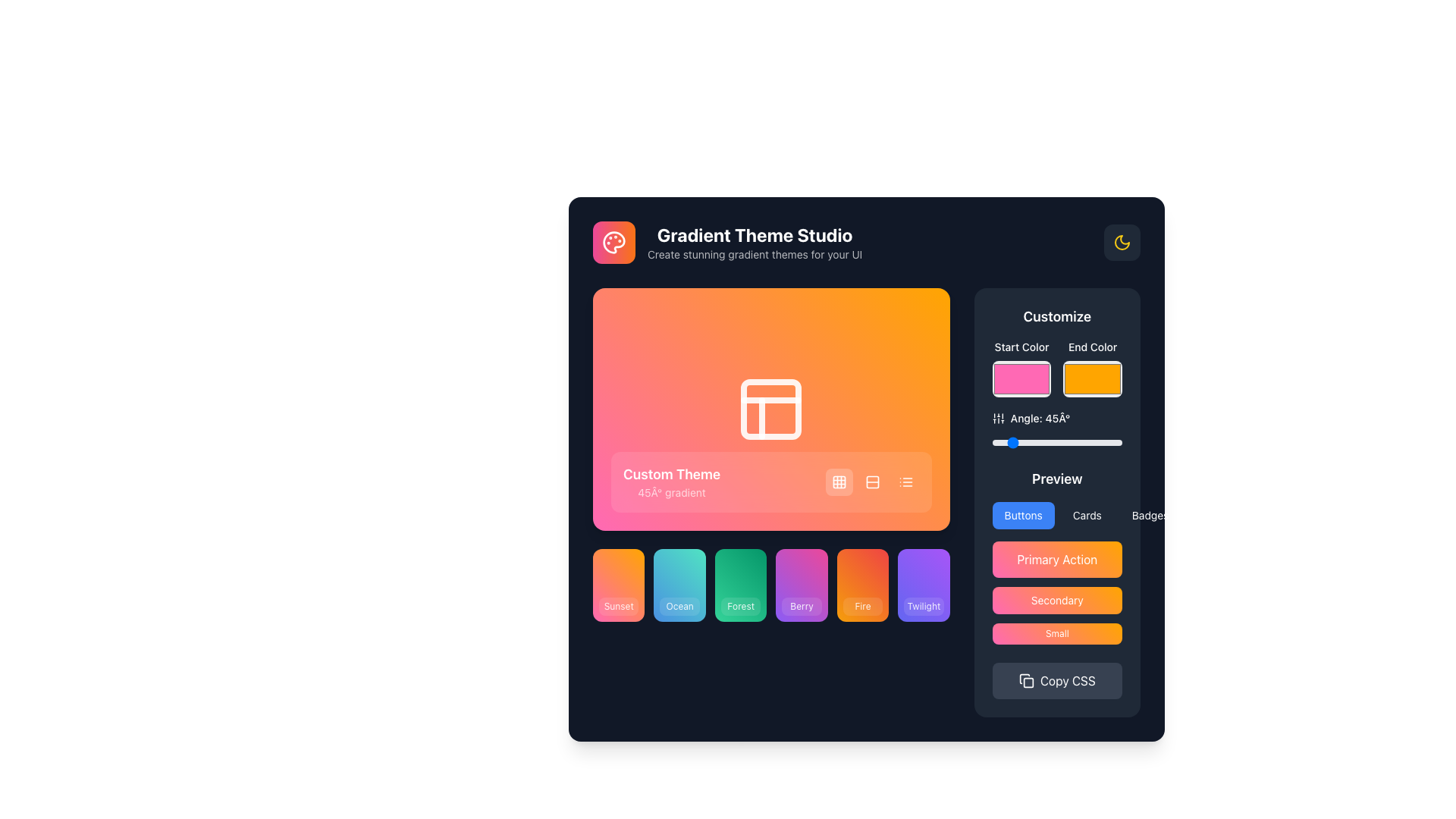 This screenshot has width=1456, height=819. Describe the element at coordinates (1028, 682) in the screenshot. I see `the inner rectangle of the 'Copy CSS' button icon to indicate its copy functionality` at that location.